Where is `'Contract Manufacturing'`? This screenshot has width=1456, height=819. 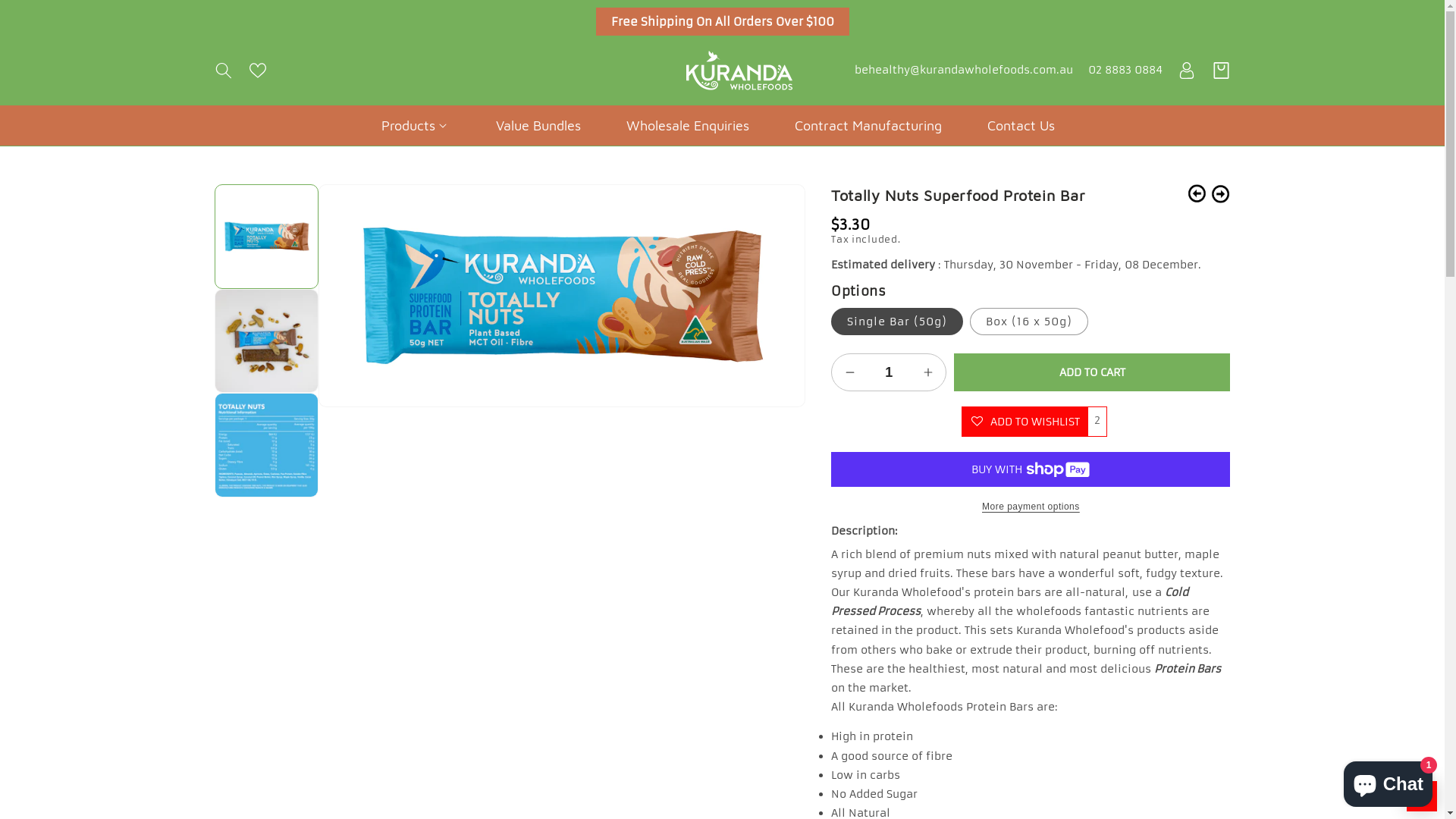
'Contract Manufacturing' is located at coordinates (868, 124).